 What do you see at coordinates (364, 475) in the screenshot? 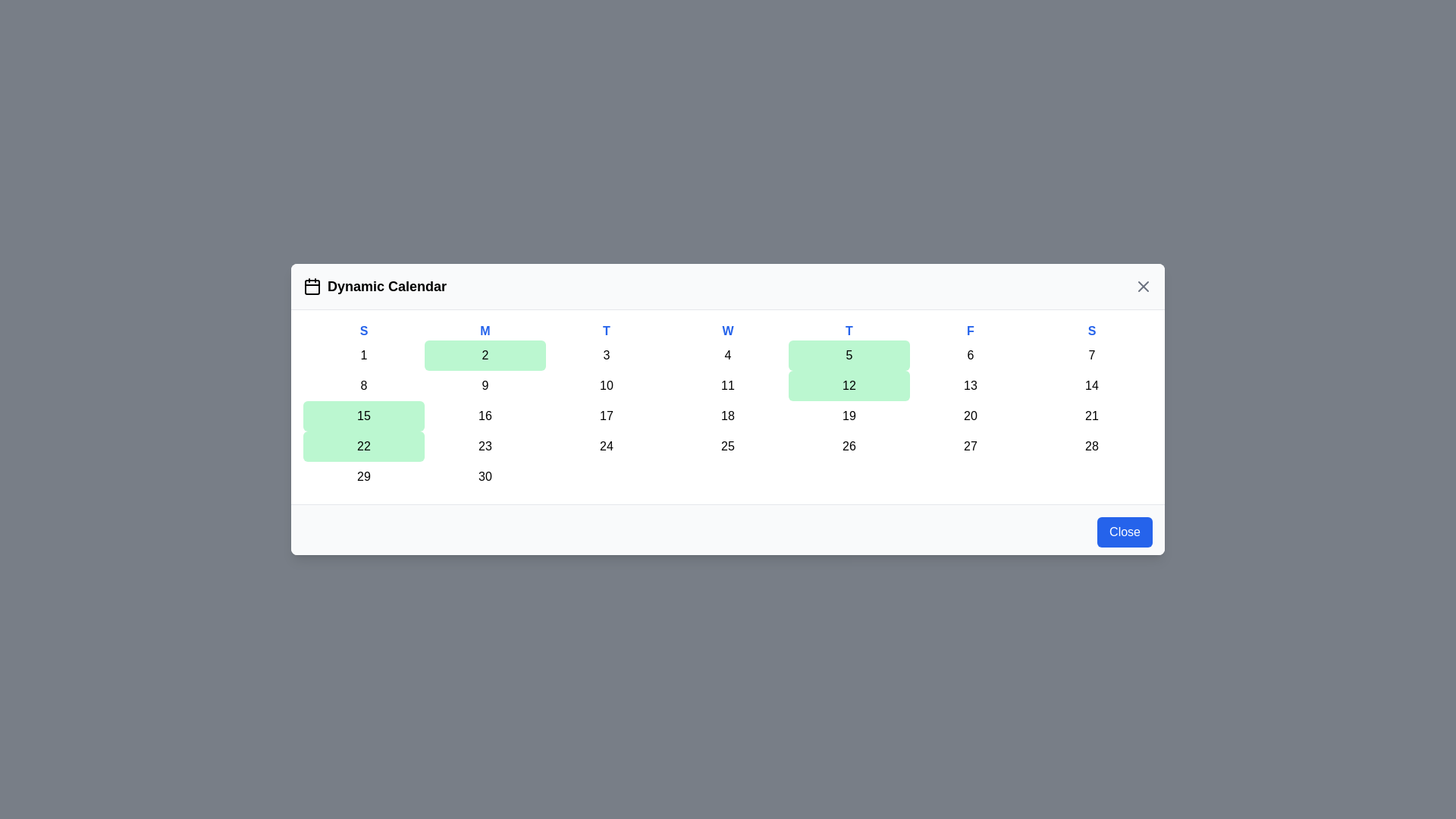
I see `the day cell corresponding to 29` at bounding box center [364, 475].